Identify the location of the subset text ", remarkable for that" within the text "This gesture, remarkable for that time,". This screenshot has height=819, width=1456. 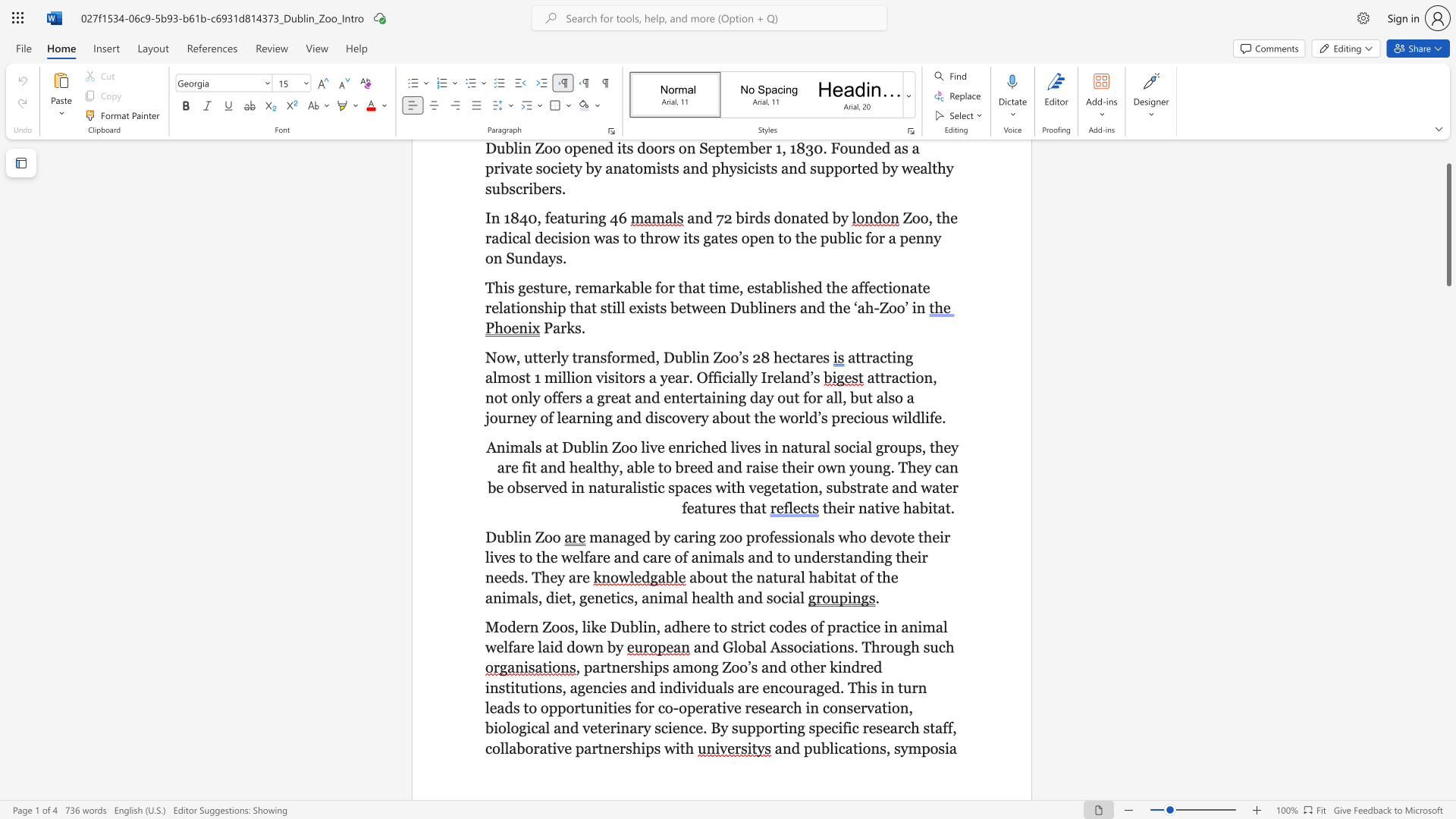
(566, 287).